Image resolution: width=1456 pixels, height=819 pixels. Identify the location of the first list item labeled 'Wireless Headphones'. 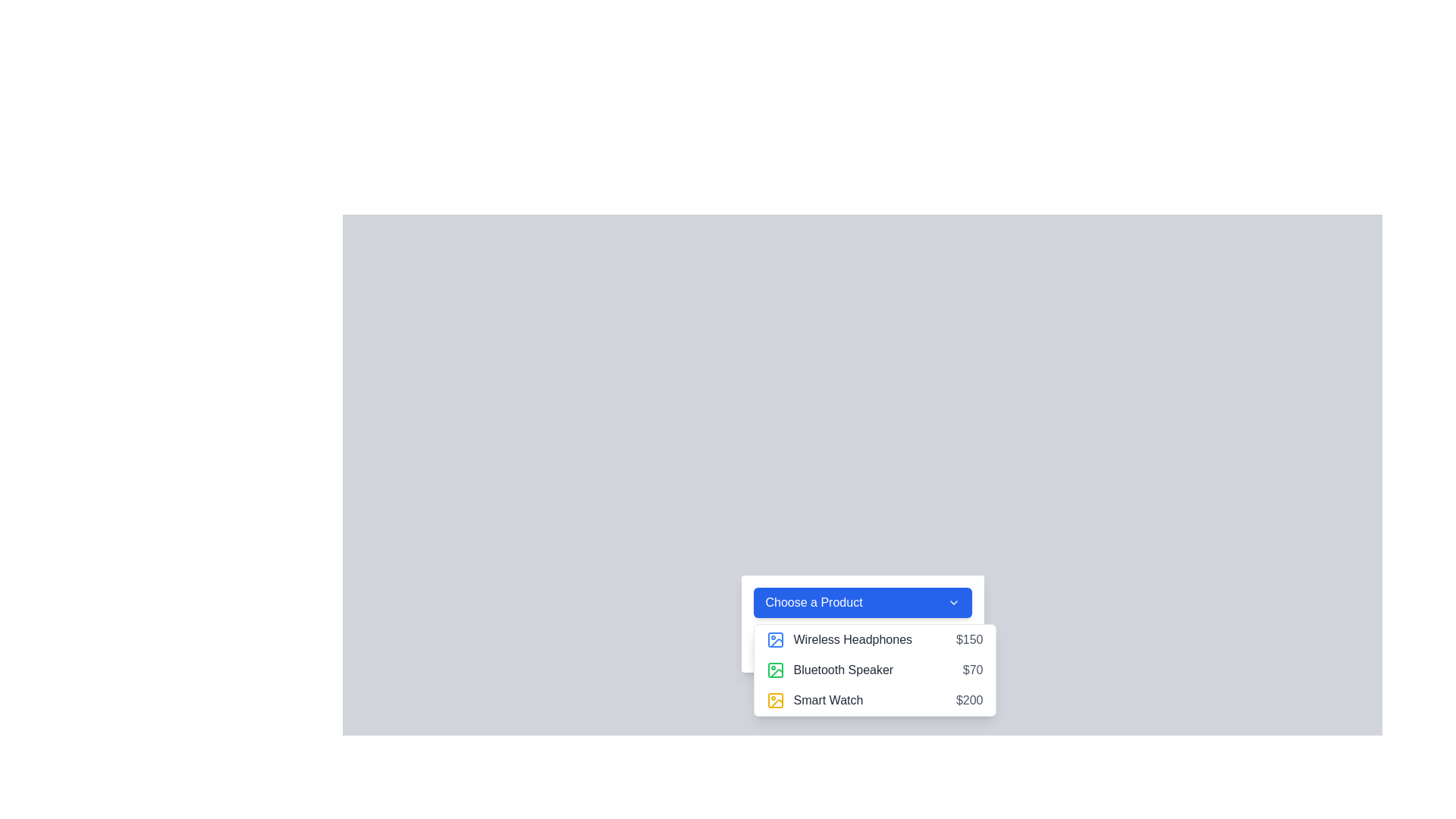
(874, 640).